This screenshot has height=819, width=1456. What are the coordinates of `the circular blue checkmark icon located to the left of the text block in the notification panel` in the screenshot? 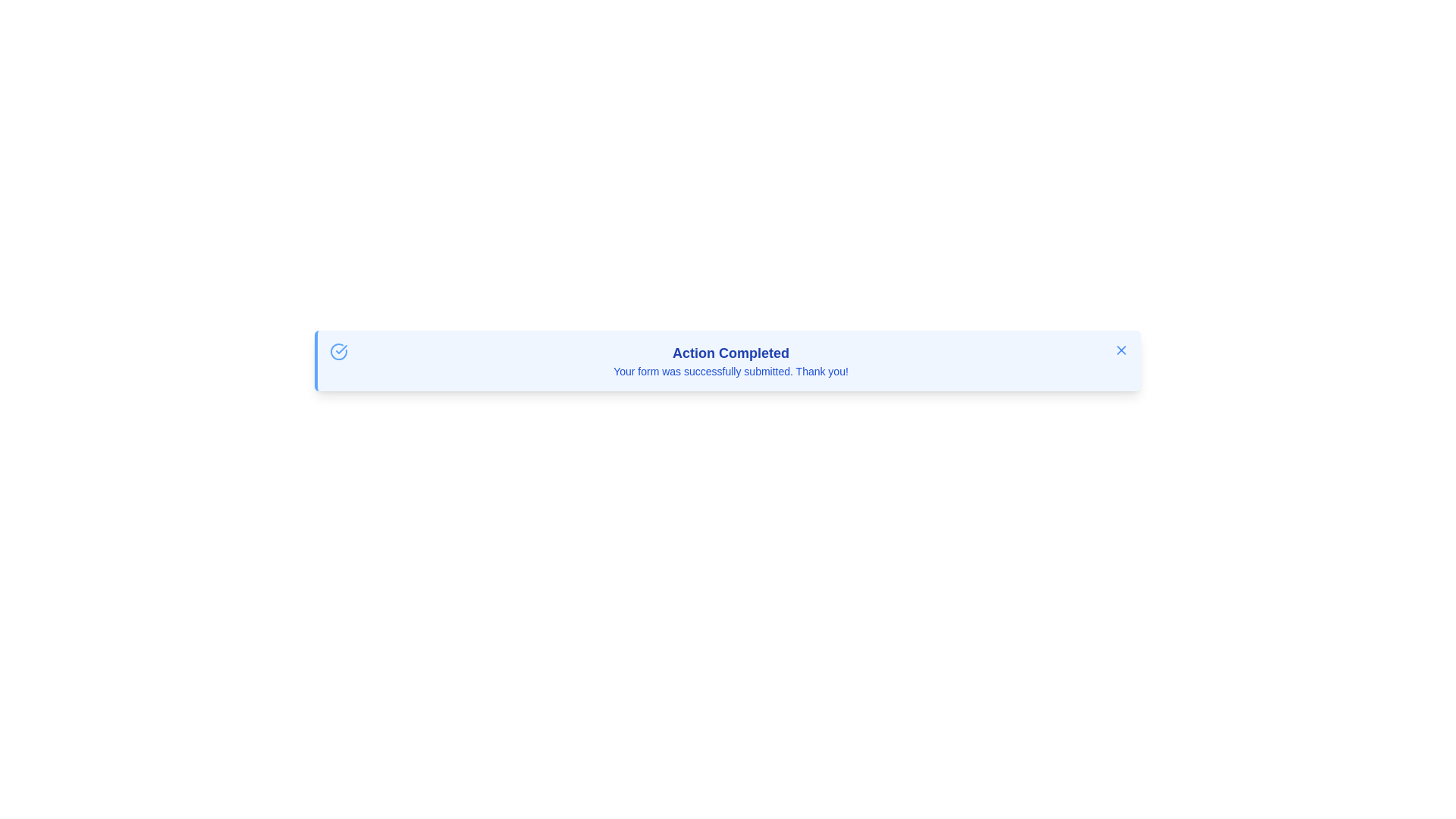 It's located at (337, 351).